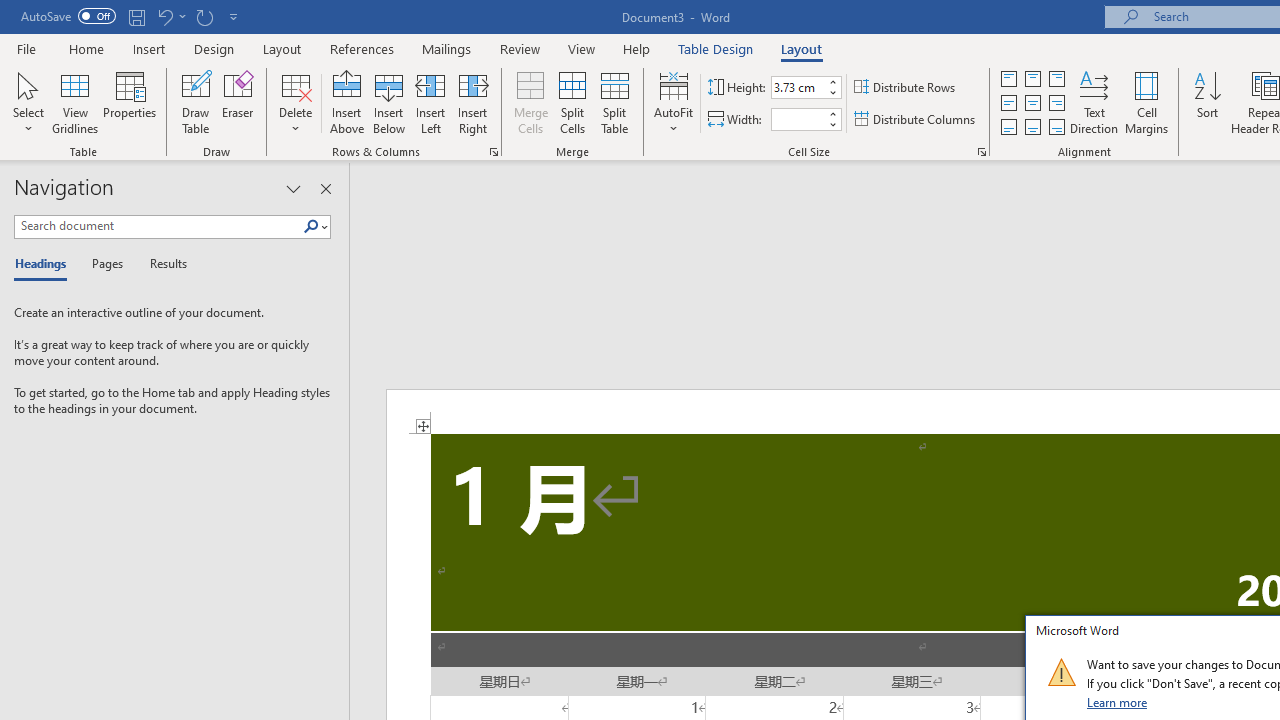 Image resolution: width=1280 pixels, height=720 pixels. Describe the element at coordinates (170, 16) in the screenshot. I see `'Undo Increase Indent'` at that location.